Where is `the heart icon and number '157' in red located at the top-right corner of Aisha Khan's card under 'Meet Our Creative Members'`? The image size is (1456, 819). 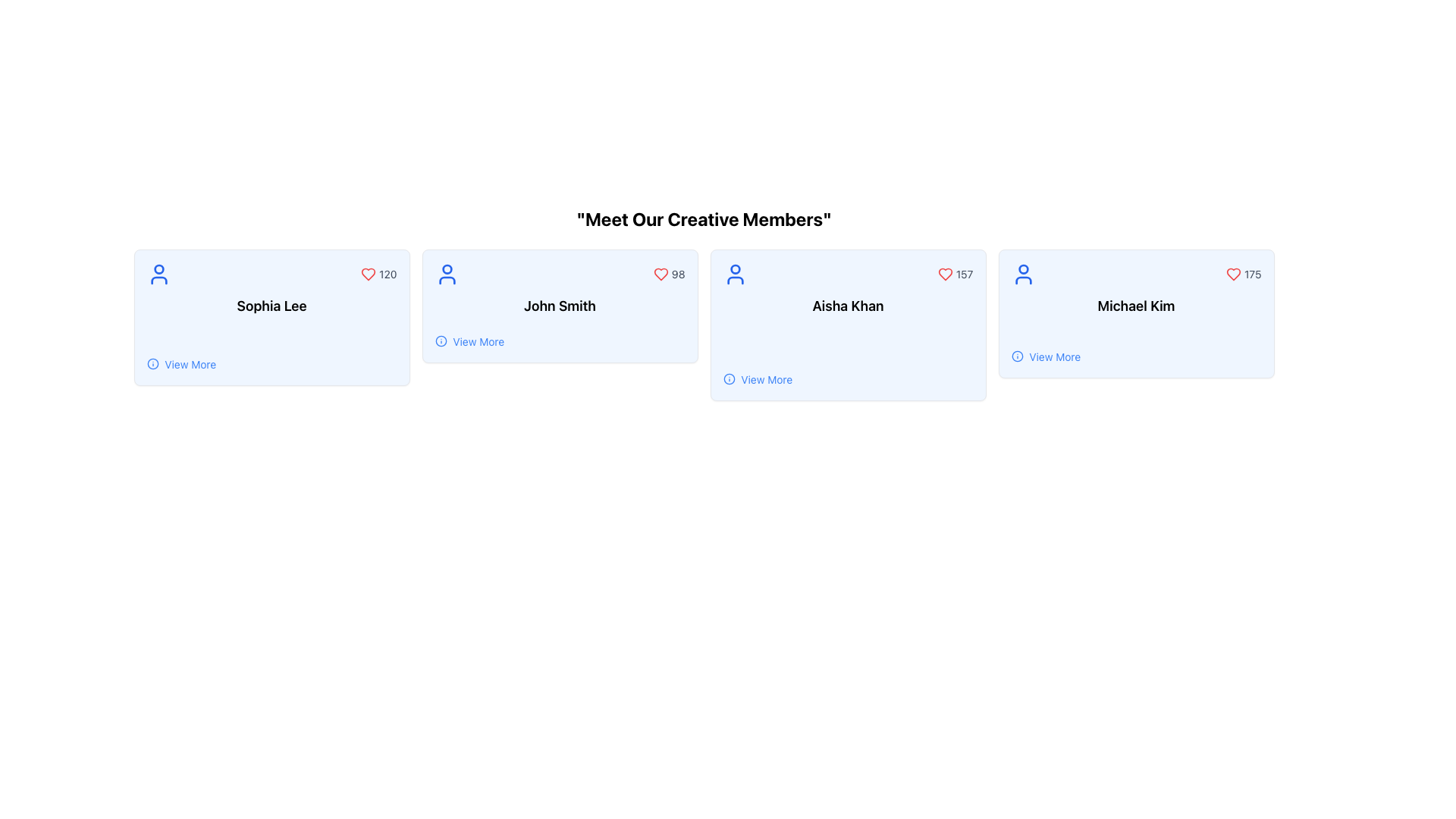
the heart icon and number '157' in red located at the top-right corner of Aisha Khan's card under 'Meet Our Creative Members' is located at coordinates (955, 275).